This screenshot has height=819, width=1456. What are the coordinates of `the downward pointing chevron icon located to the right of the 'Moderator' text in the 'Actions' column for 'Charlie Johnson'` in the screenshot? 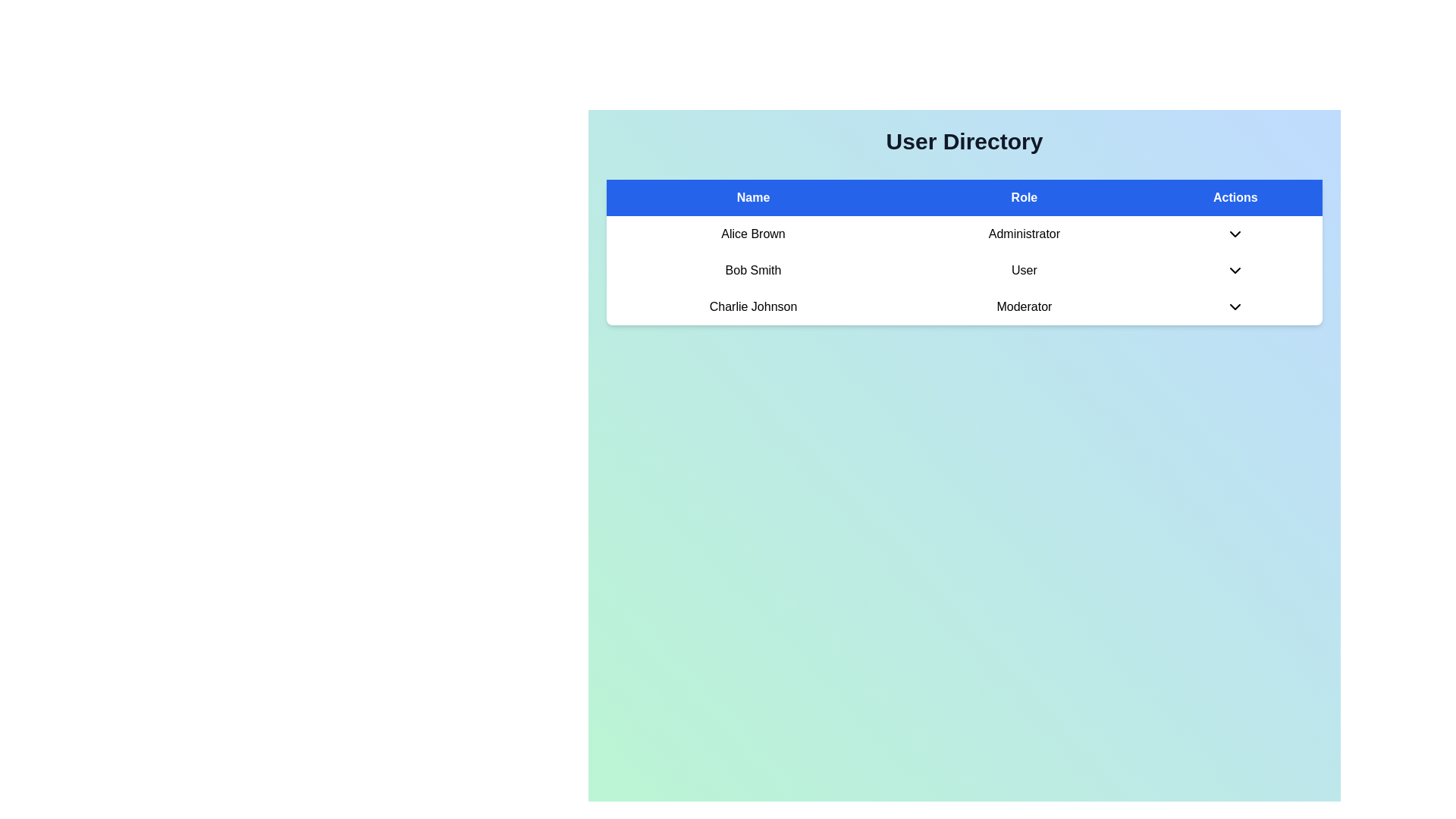 It's located at (1235, 307).